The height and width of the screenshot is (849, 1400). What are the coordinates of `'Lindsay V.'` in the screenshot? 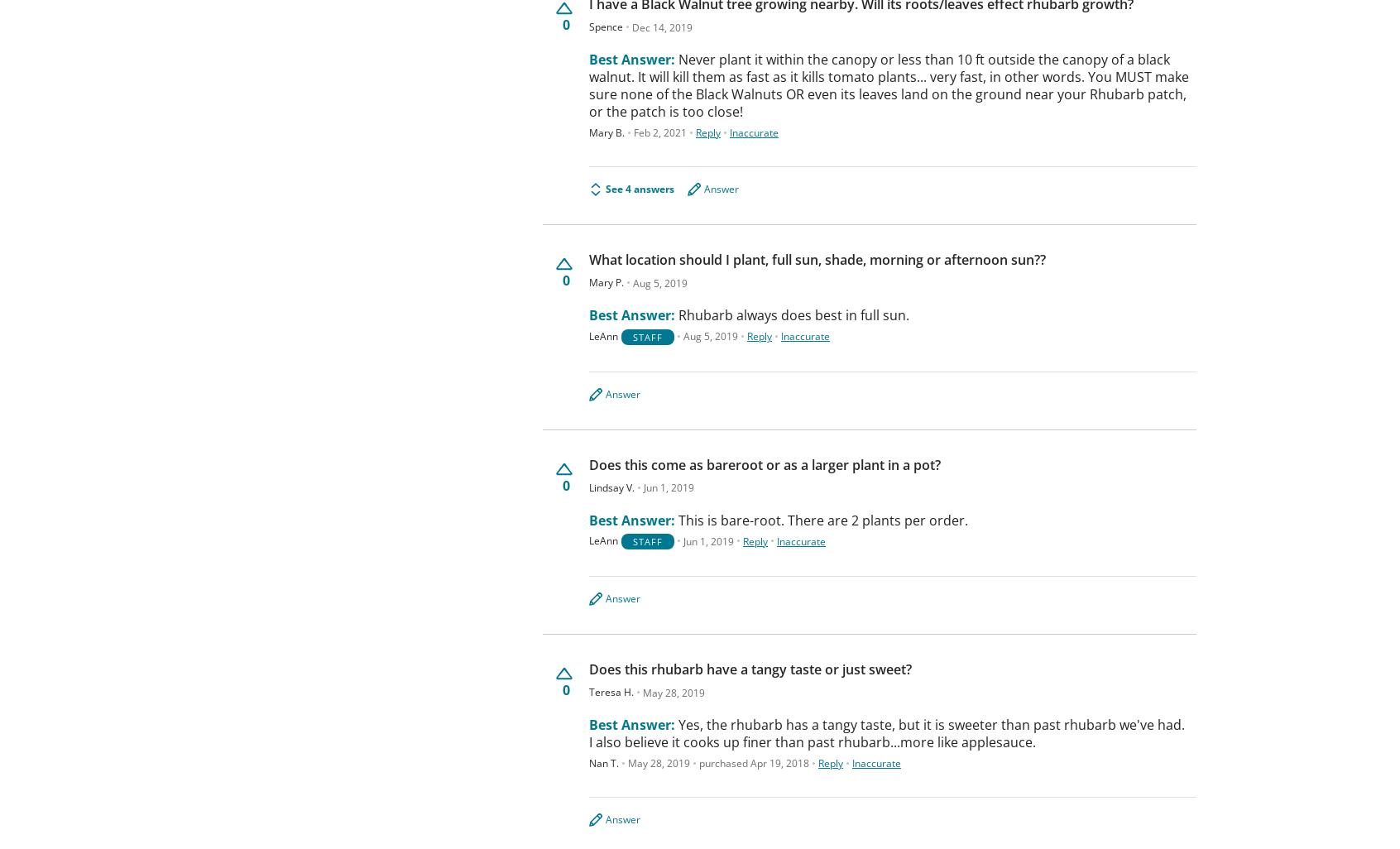 It's located at (611, 487).